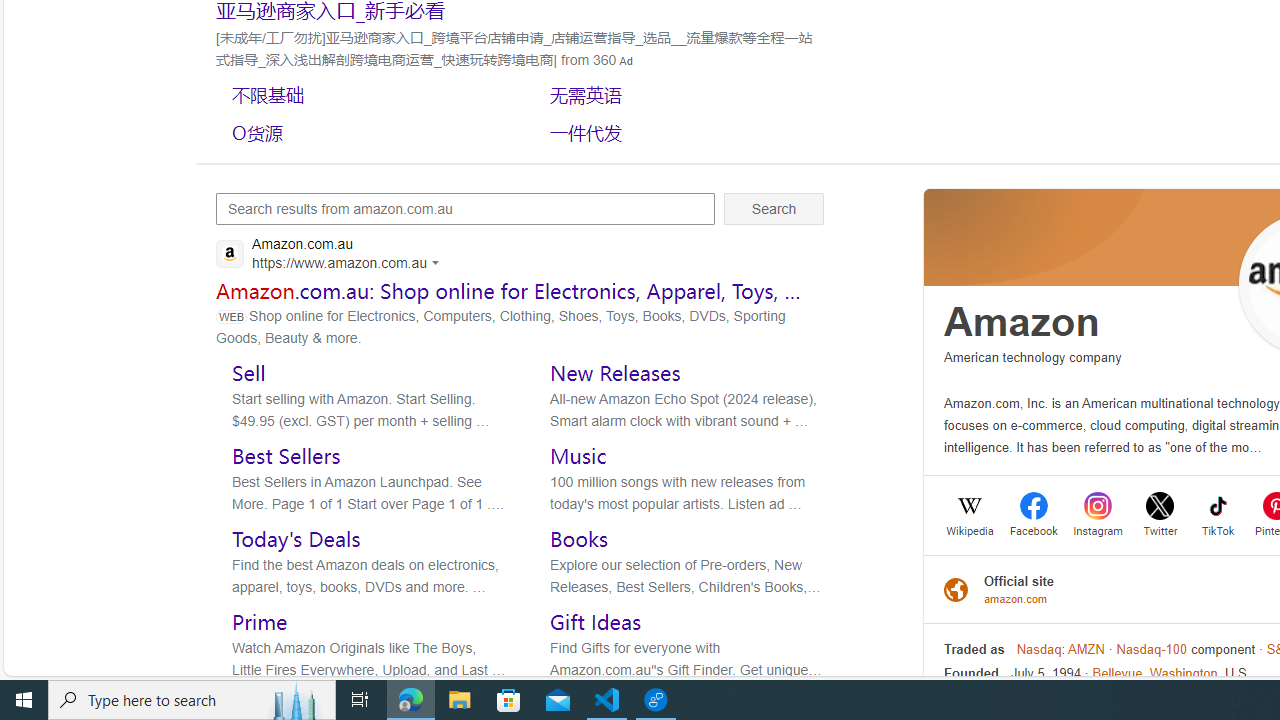  What do you see at coordinates (333, 254) in the screenshot?
I see `'Amazon.com.au'` at bounding box center [333, 254].